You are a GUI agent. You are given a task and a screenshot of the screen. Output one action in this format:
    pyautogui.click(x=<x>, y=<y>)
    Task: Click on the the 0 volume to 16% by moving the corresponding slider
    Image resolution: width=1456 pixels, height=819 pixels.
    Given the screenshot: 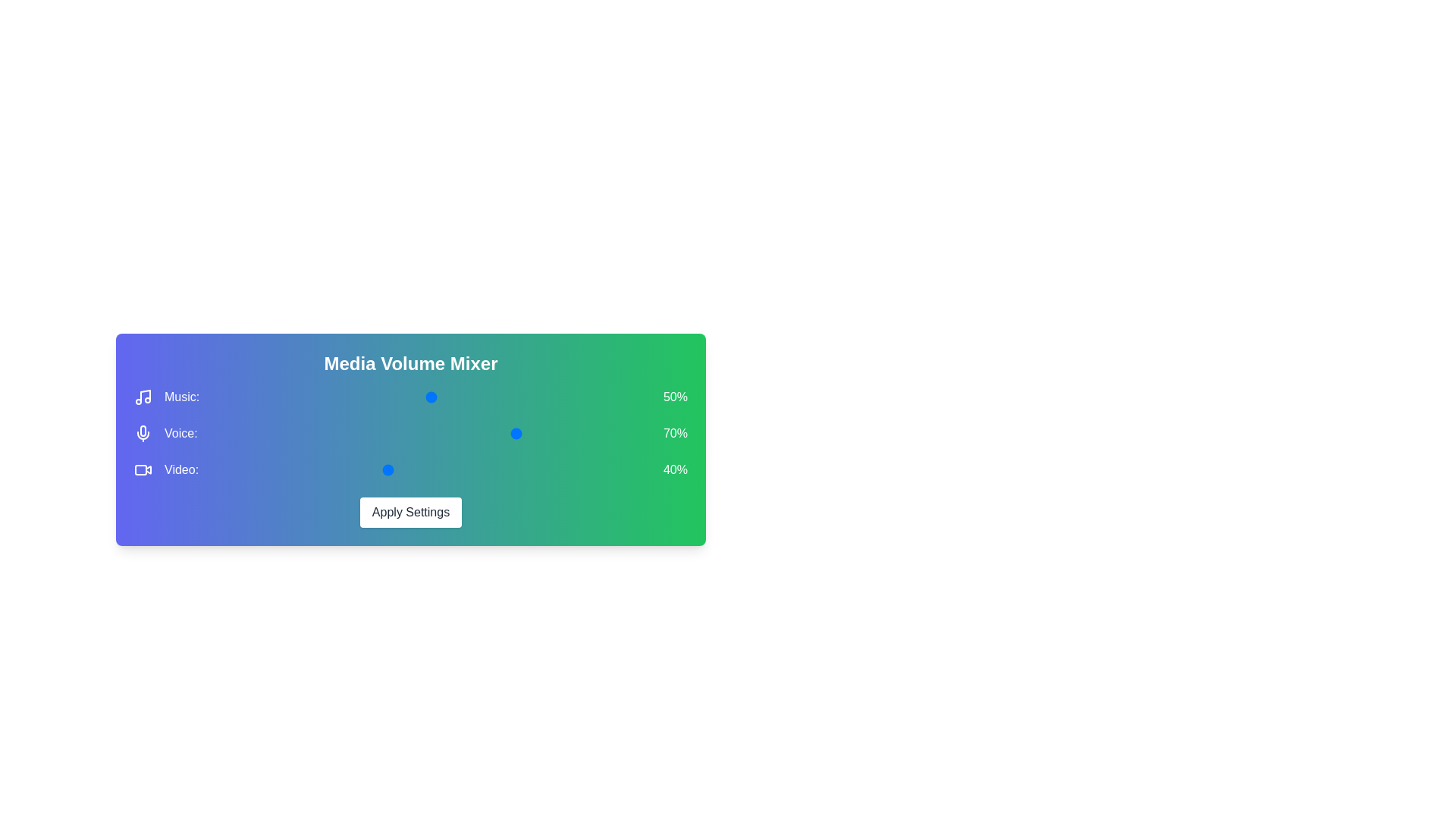 What is the action you would take?
    pyautogui.click(x=466, y=397)
    